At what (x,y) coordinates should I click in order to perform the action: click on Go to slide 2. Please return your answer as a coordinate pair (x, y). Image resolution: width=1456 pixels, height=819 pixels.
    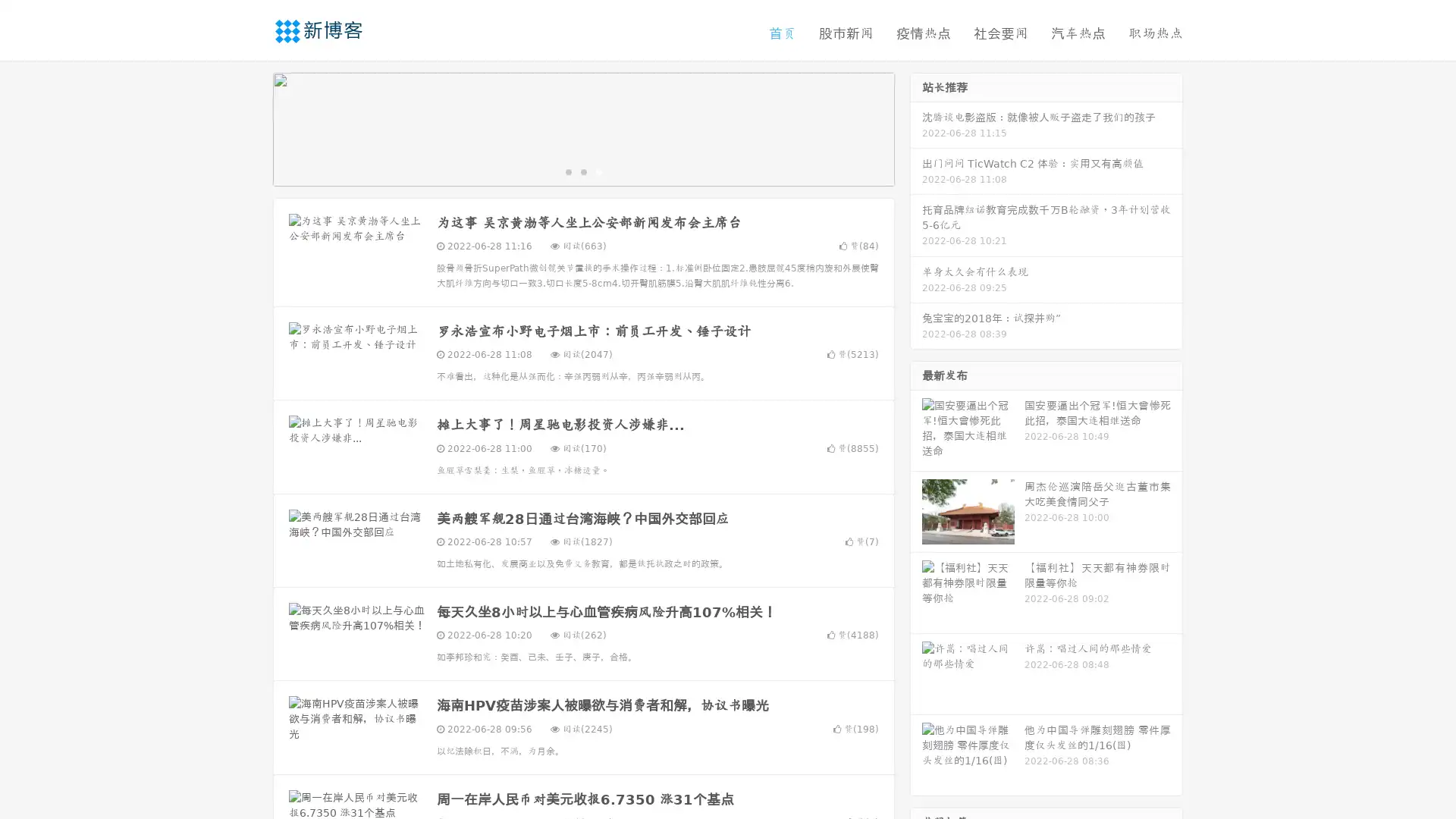
    Looking at the image, I should click on (582, 171).